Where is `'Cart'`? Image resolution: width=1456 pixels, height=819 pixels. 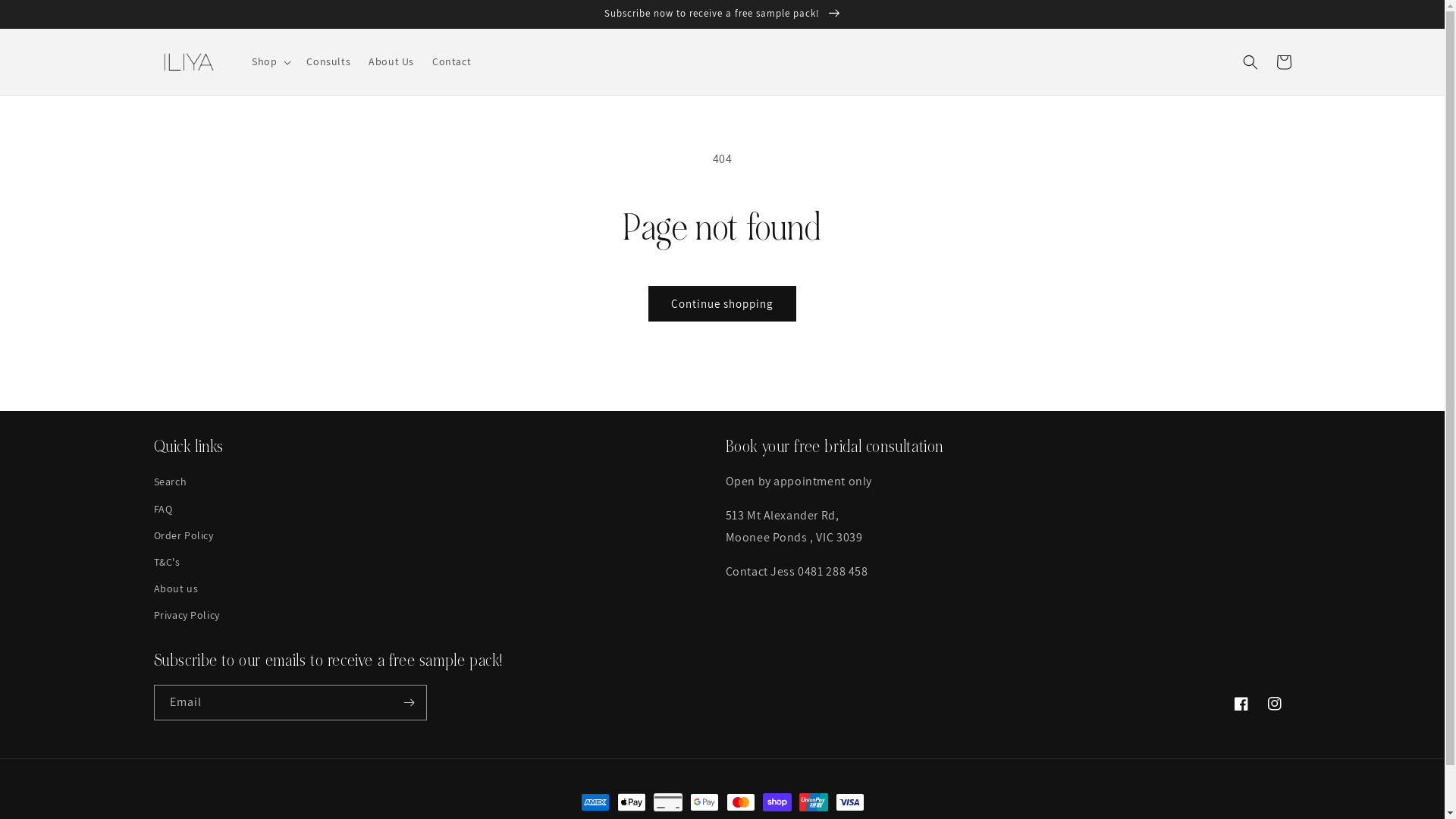 'Cart' is located at coordinates (1282, 61).